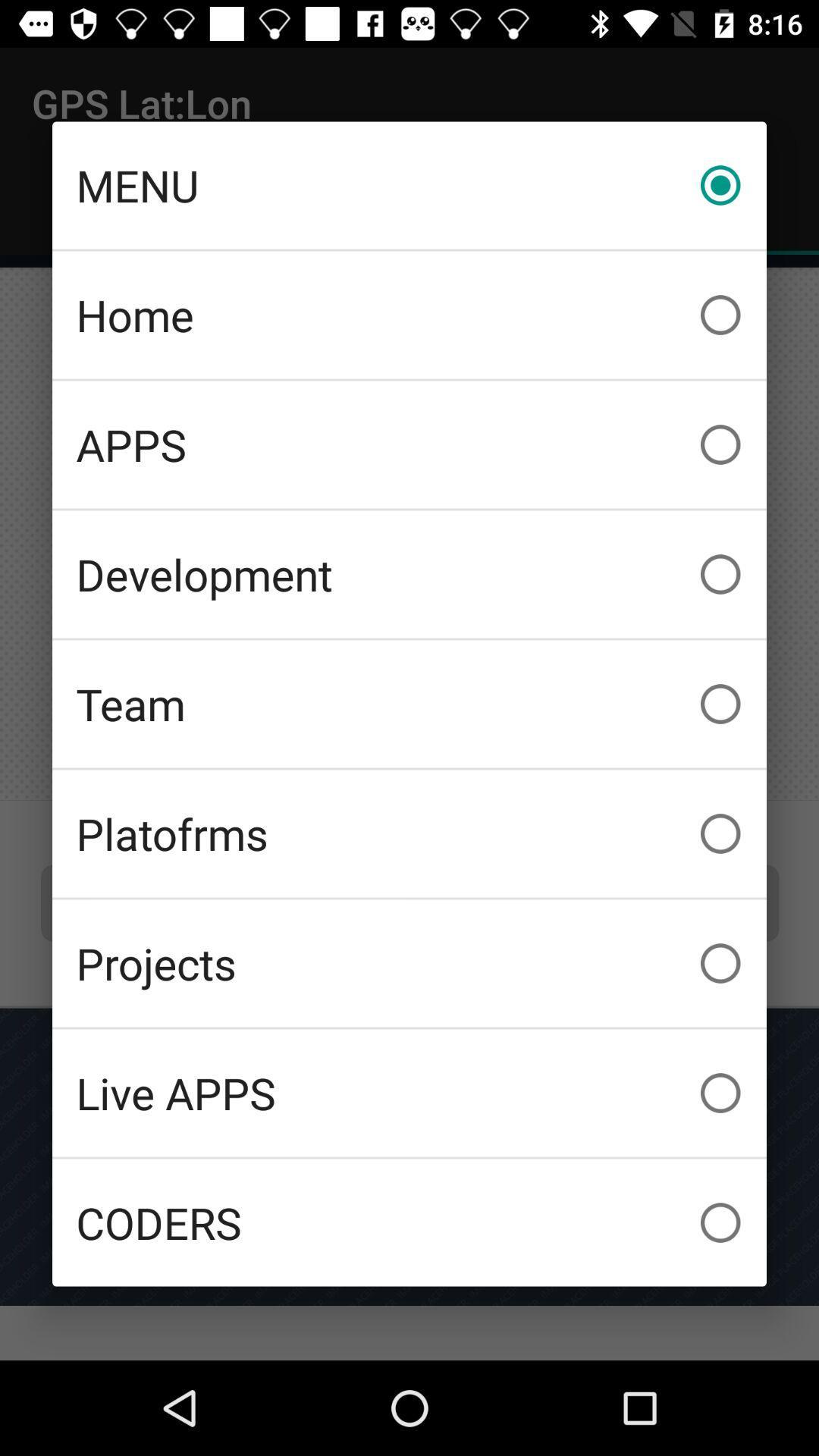 The width and height of the screenshot is (819, 1456). What do you see at coordinates (409, 184) in the screenshot?
I see `the item above the home item` at bounding box center [409, 184].